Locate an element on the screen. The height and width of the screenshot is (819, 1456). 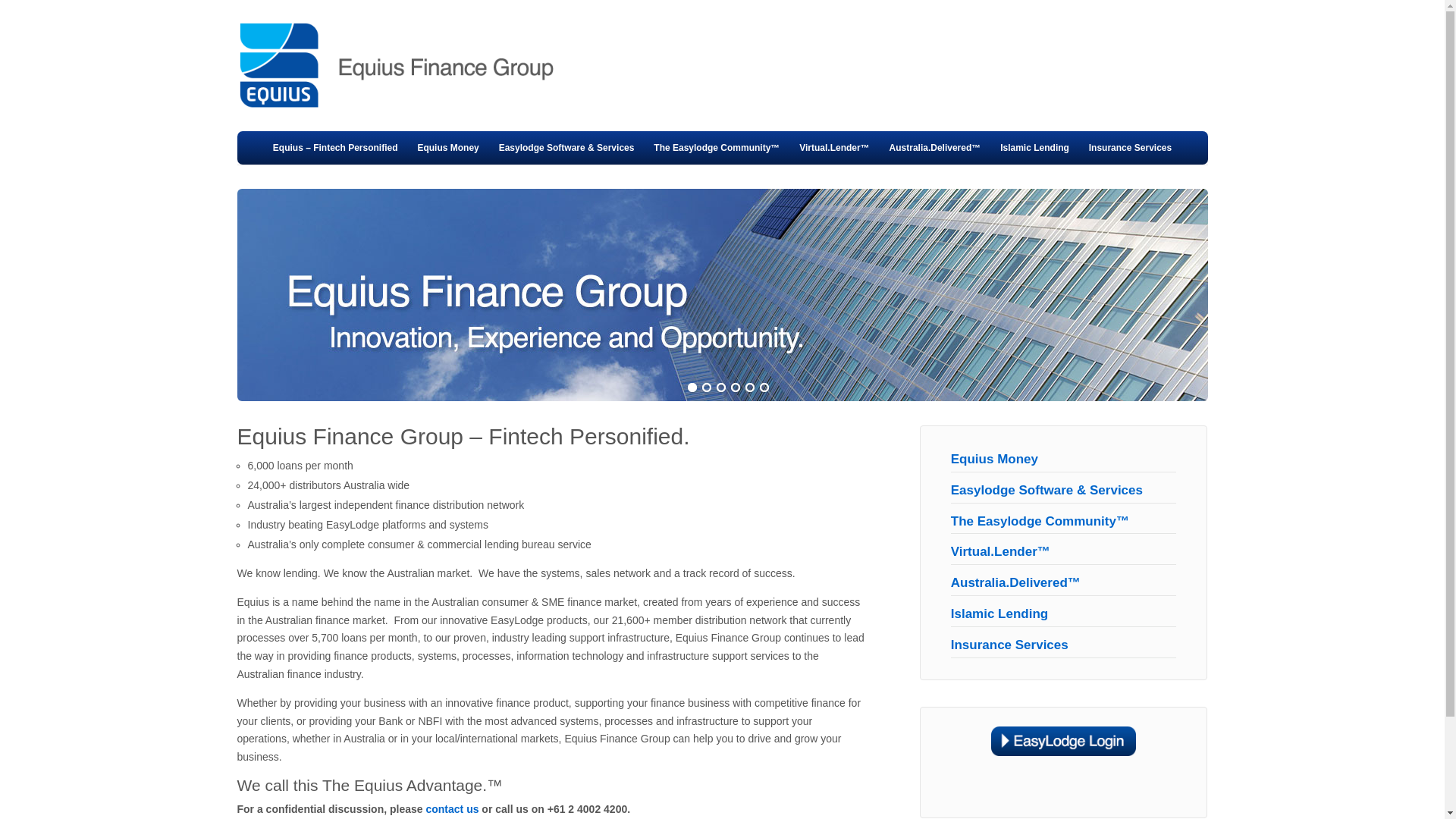
'2' is located at coordinates (705, 388).